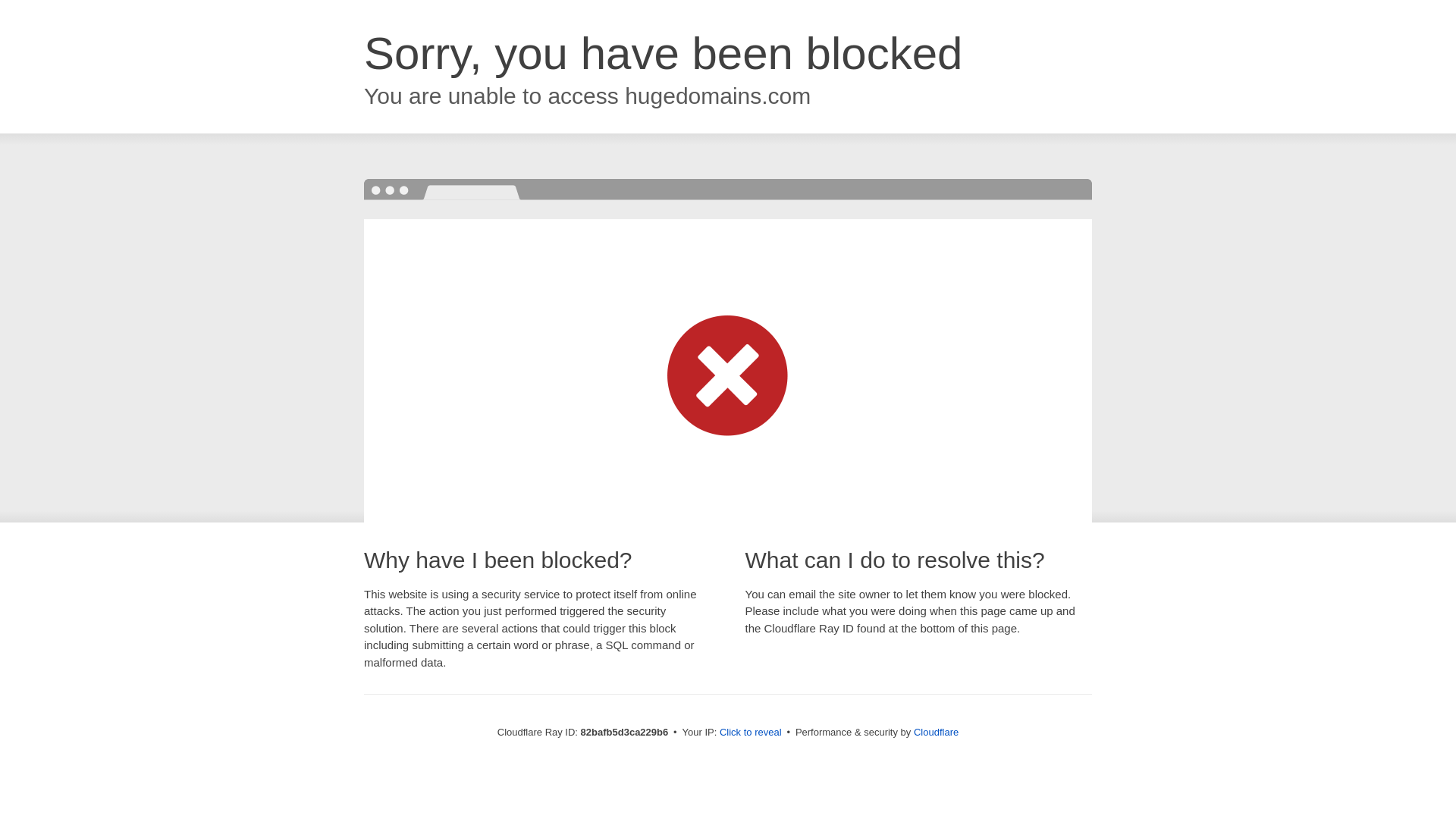  I want to click on 'Click to reveal', so click(719, 731).